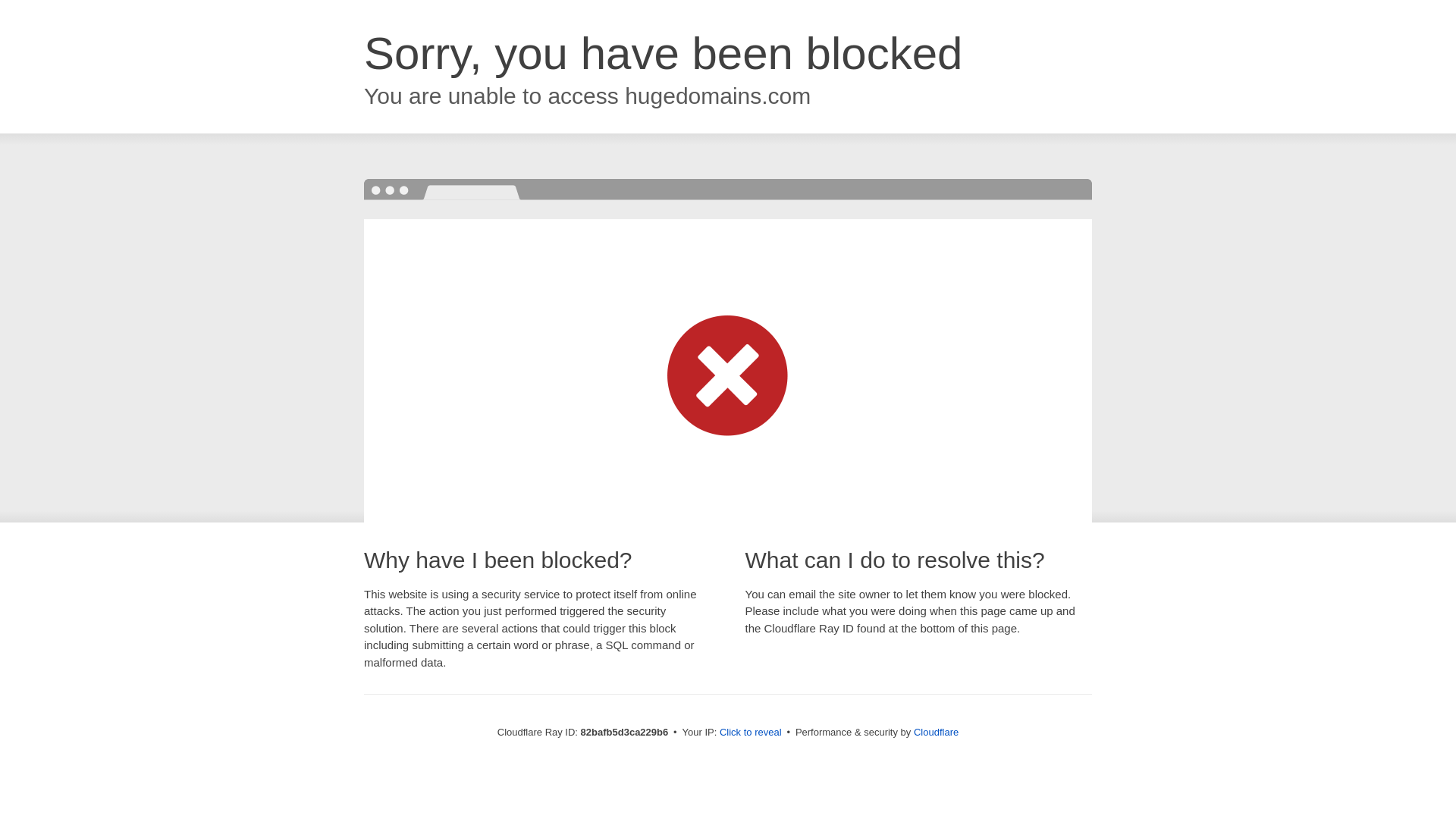  I want to click on 'Click to reveal', so click(719, 731).